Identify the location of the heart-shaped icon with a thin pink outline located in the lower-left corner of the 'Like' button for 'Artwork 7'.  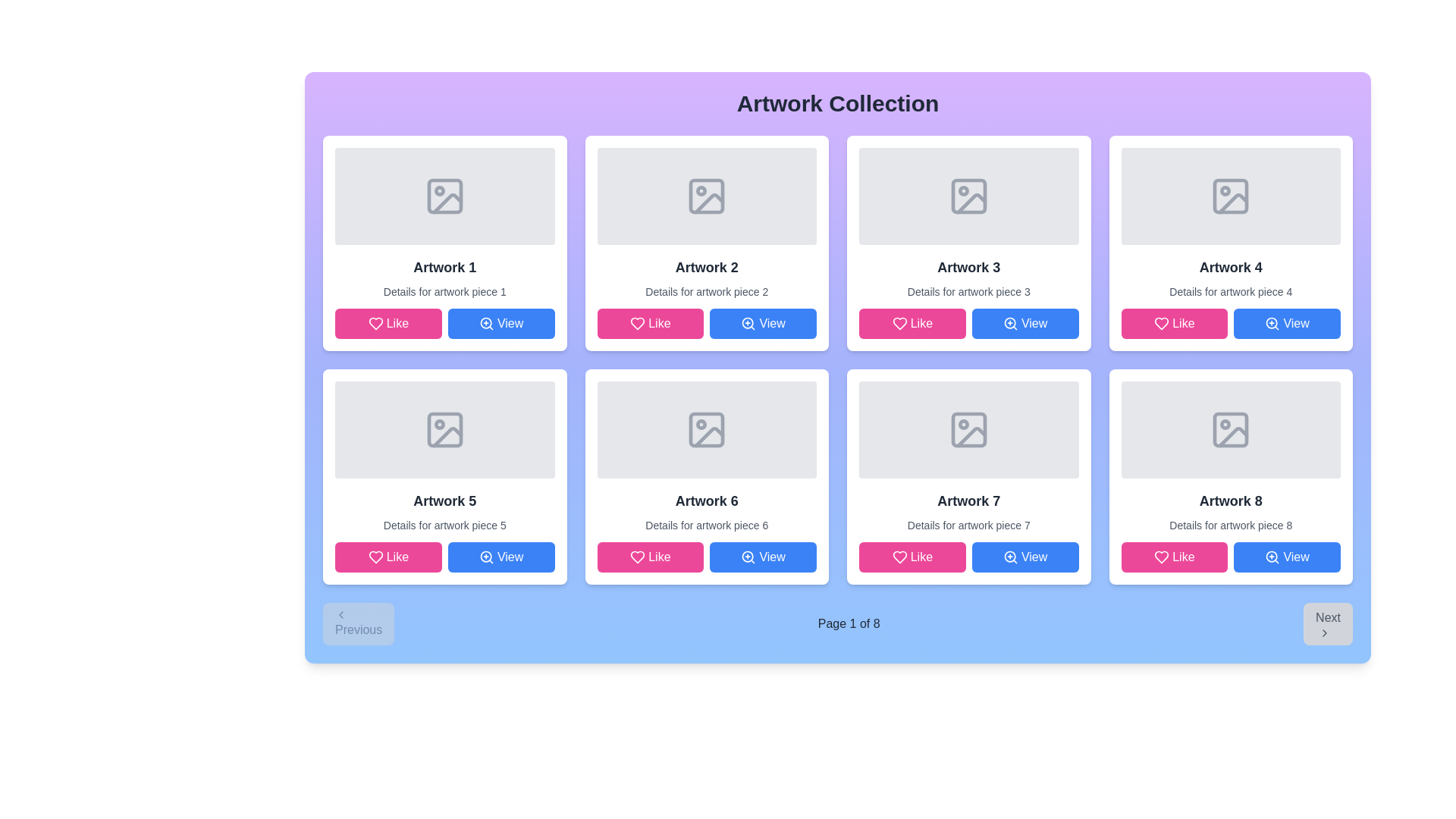
(899, 557).